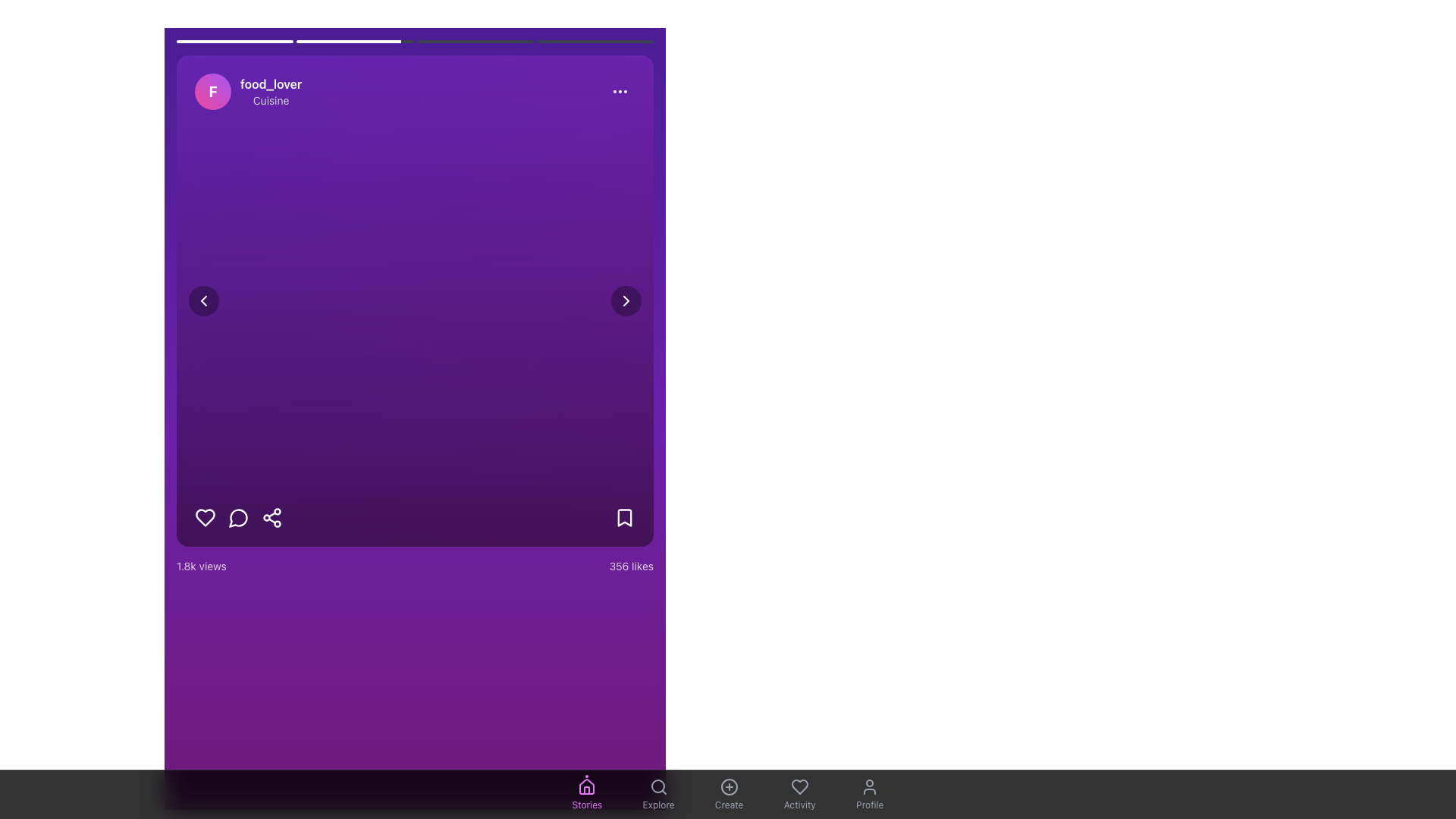 This screenshot has width=1456, height=819. Describe the element at coordinates (870, 794) in the screenshot. I see `the Navigation Button for the Profile section, which features a user profile icon above the text 'Profile' in a small font, located as the fifth item in the bottom navigation bar` at that location.